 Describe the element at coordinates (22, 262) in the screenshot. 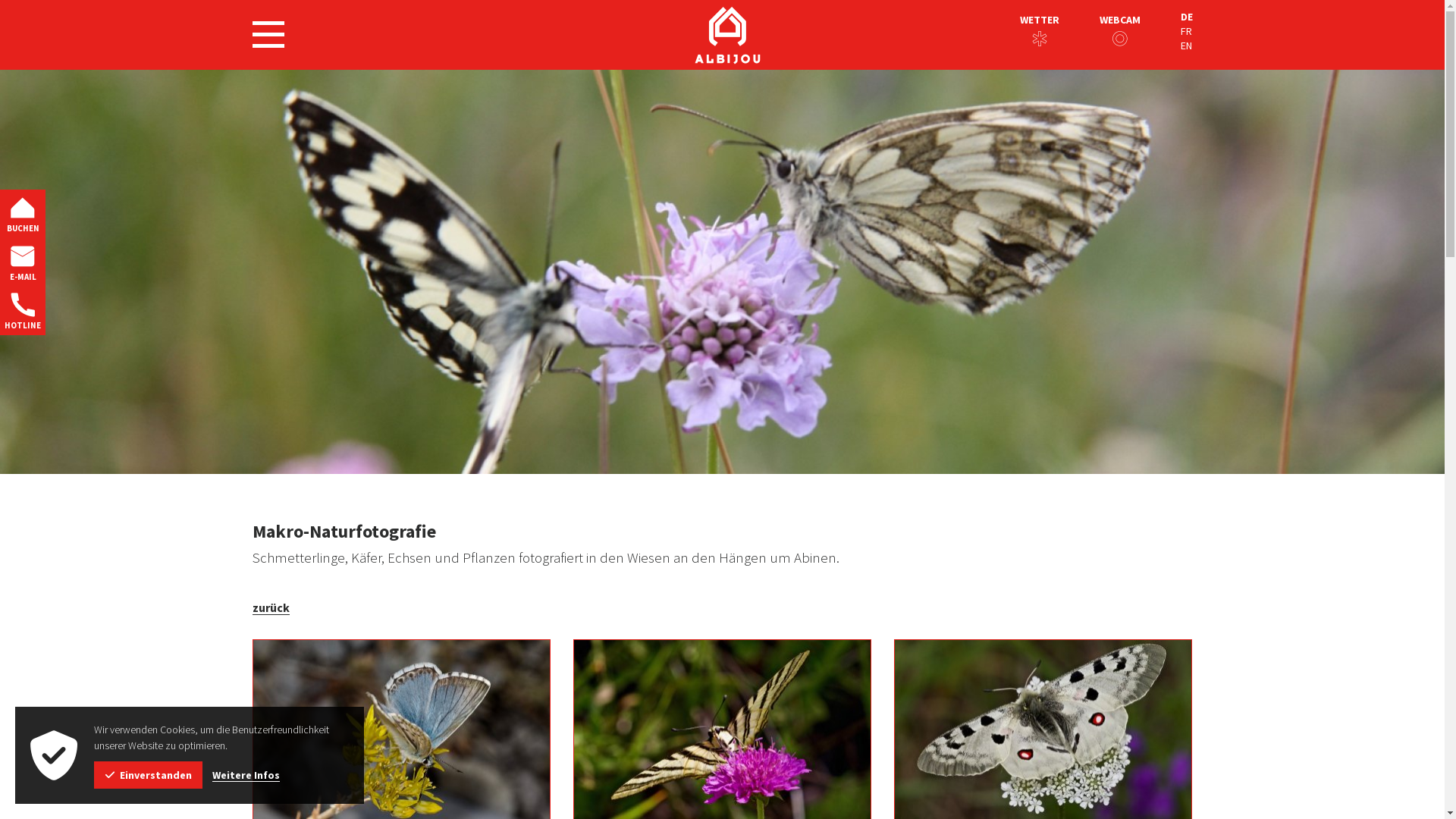

I see `'E-MAIL'` at that location.